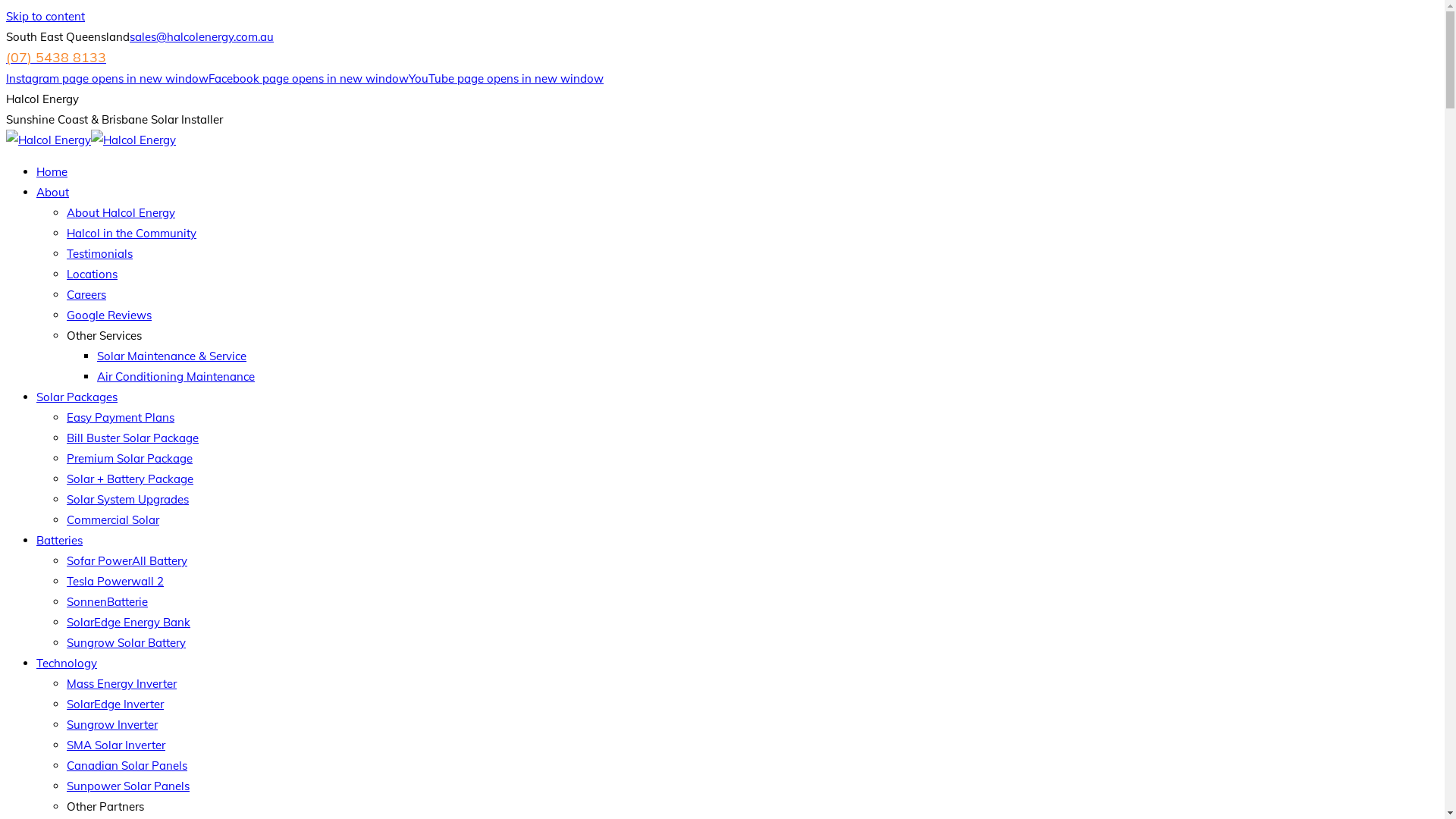  I want to click on '(07) 5438 8133', so click(55, 57).